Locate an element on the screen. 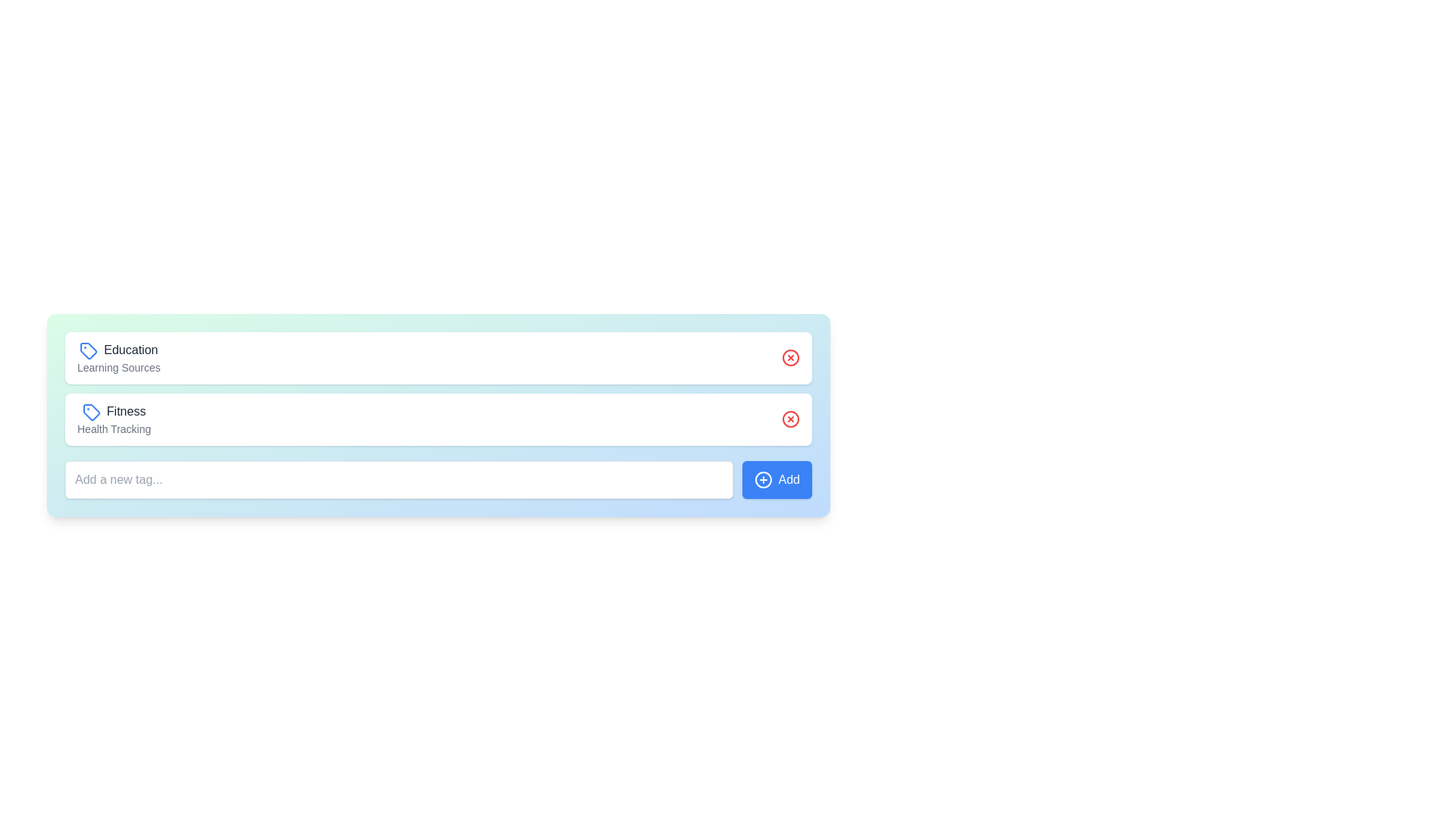  the red circular SVG shape that is part of the delete button associated with the 'Fitness' tag row is located at coordinates (789, 419).